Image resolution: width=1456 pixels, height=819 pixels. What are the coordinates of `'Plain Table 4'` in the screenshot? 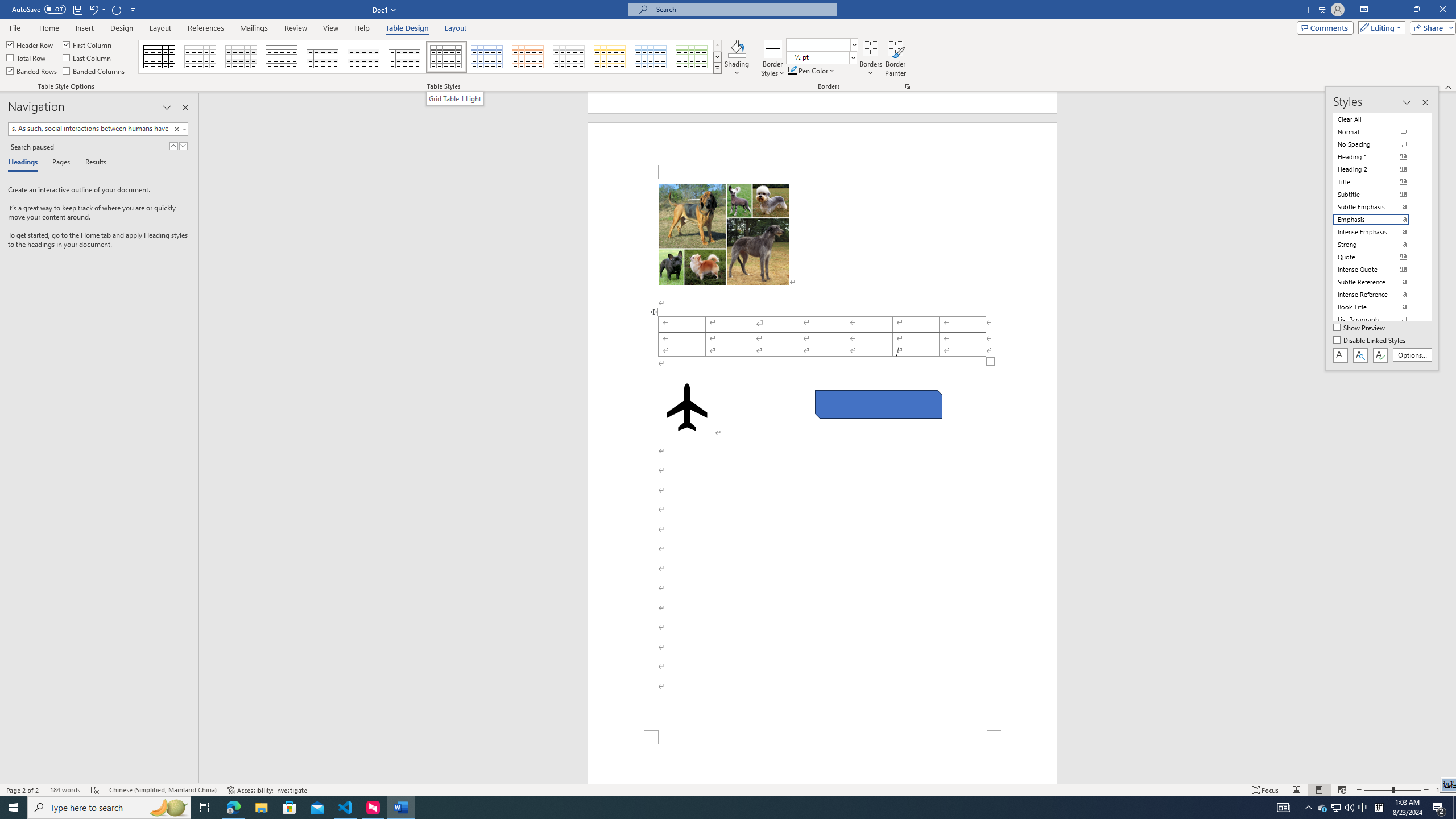 It's located at (364, 56).